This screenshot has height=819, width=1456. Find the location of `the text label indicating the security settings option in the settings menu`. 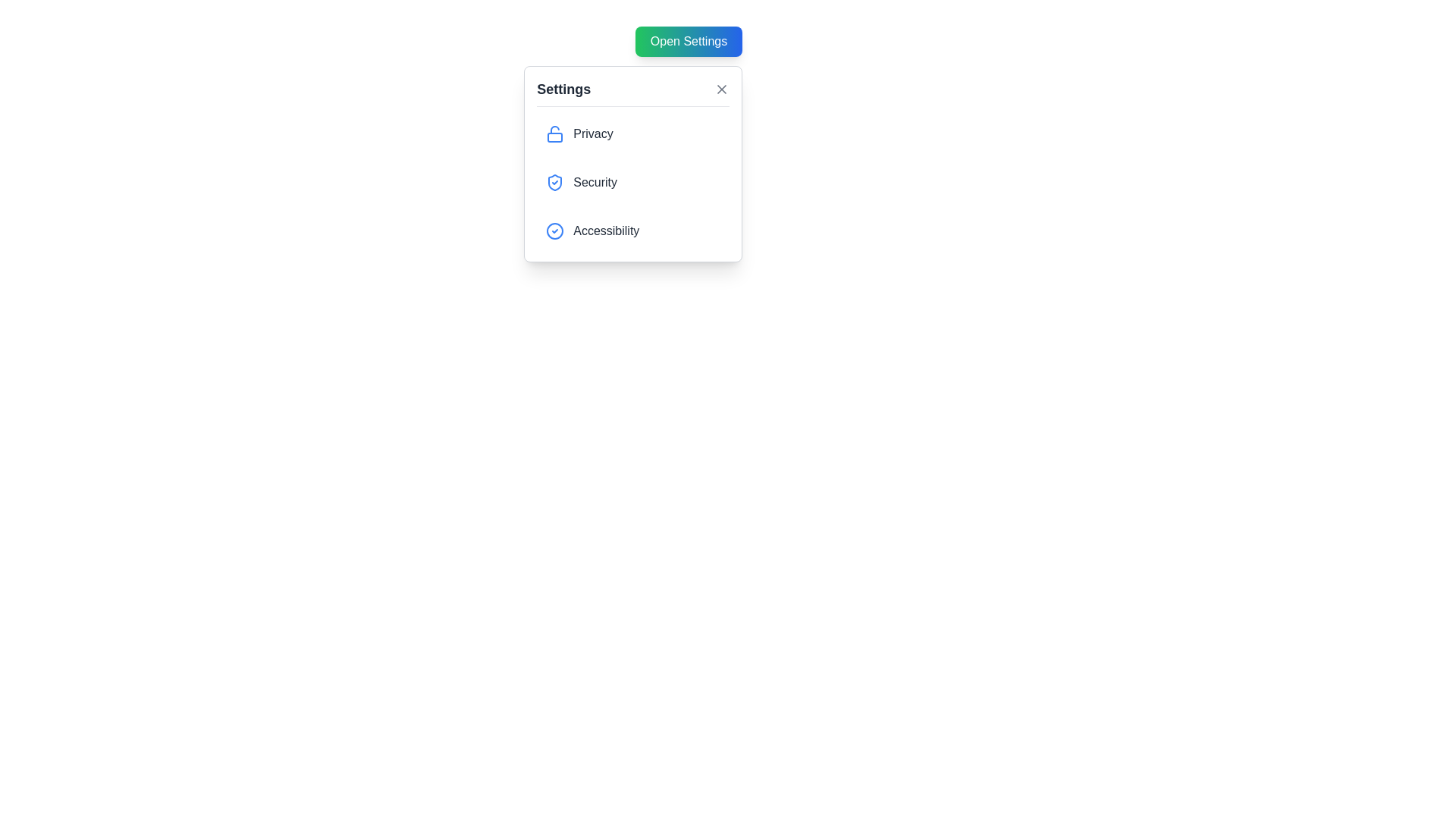

the text label indicating the security settings option in the settings menu is located at coordinates (595, 181).